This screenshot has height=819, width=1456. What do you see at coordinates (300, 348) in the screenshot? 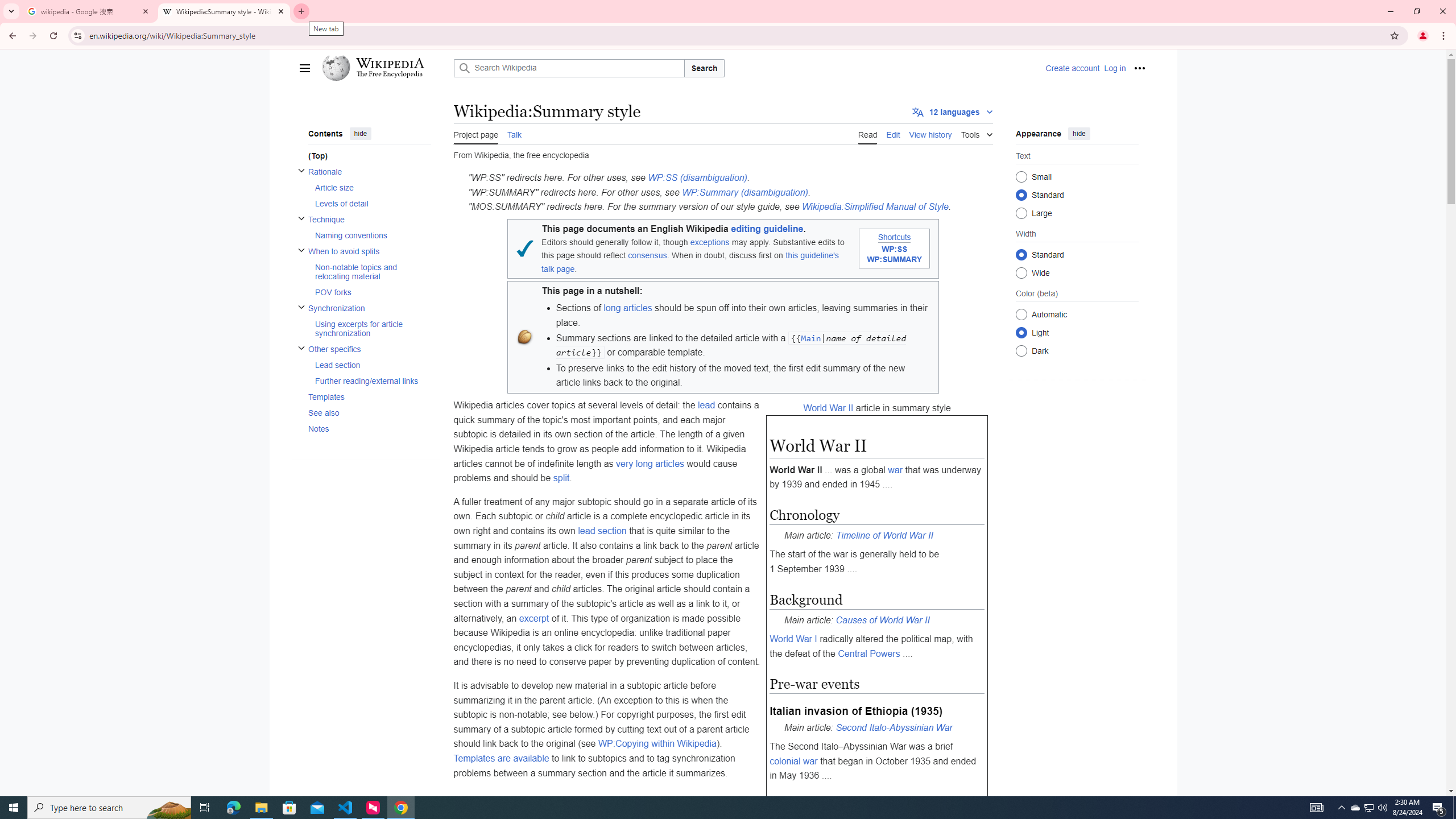
I see `'Toggle Other specifics subsection'` at bounding box center [300, 348].